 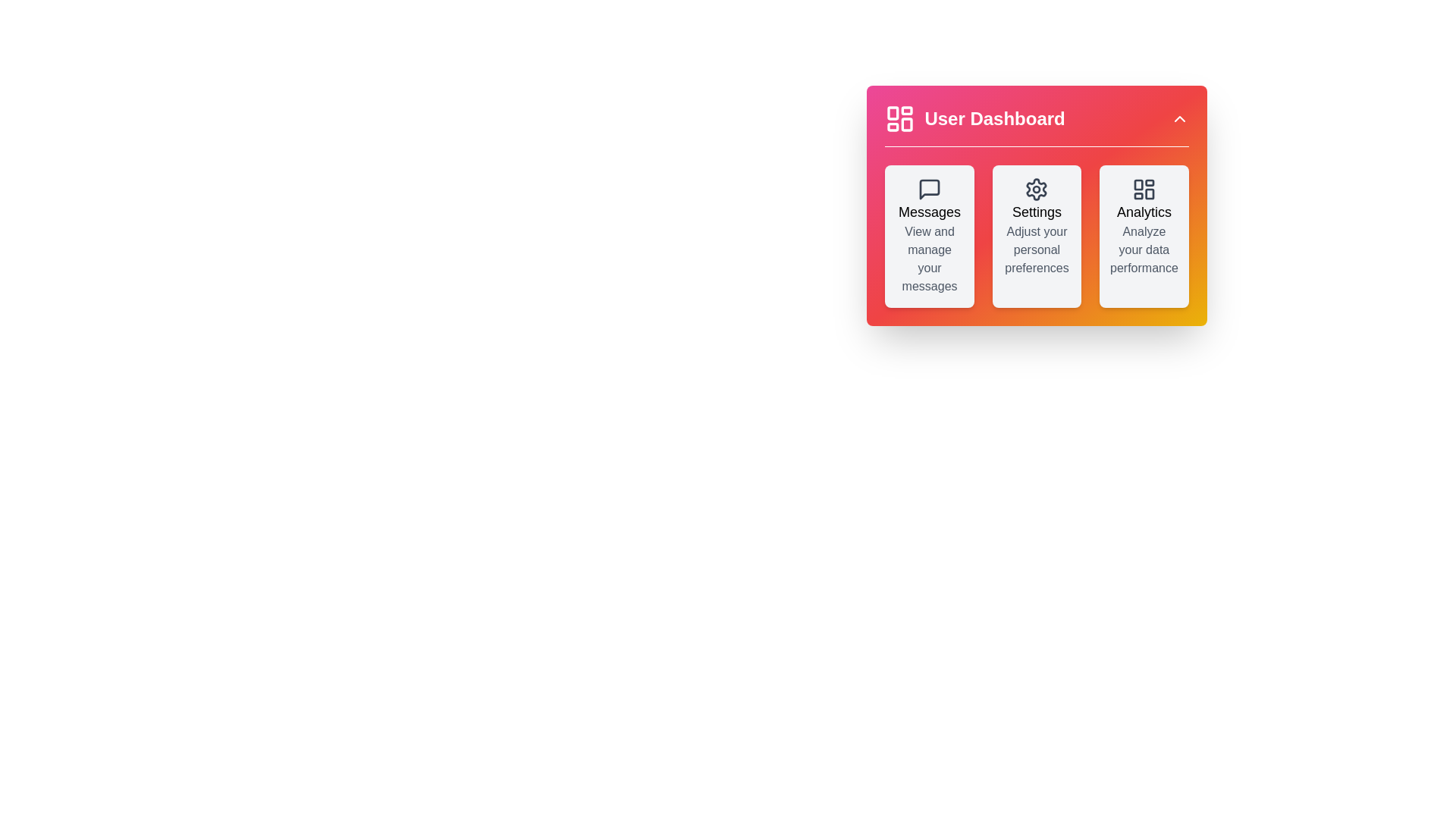 What do you see at coordinates (929, 189) in the screenshot?
I see `the speech bubble icon at the top of the 'Messages' card in the 'User Dashboard' interface` at bounding box center [929, 189].